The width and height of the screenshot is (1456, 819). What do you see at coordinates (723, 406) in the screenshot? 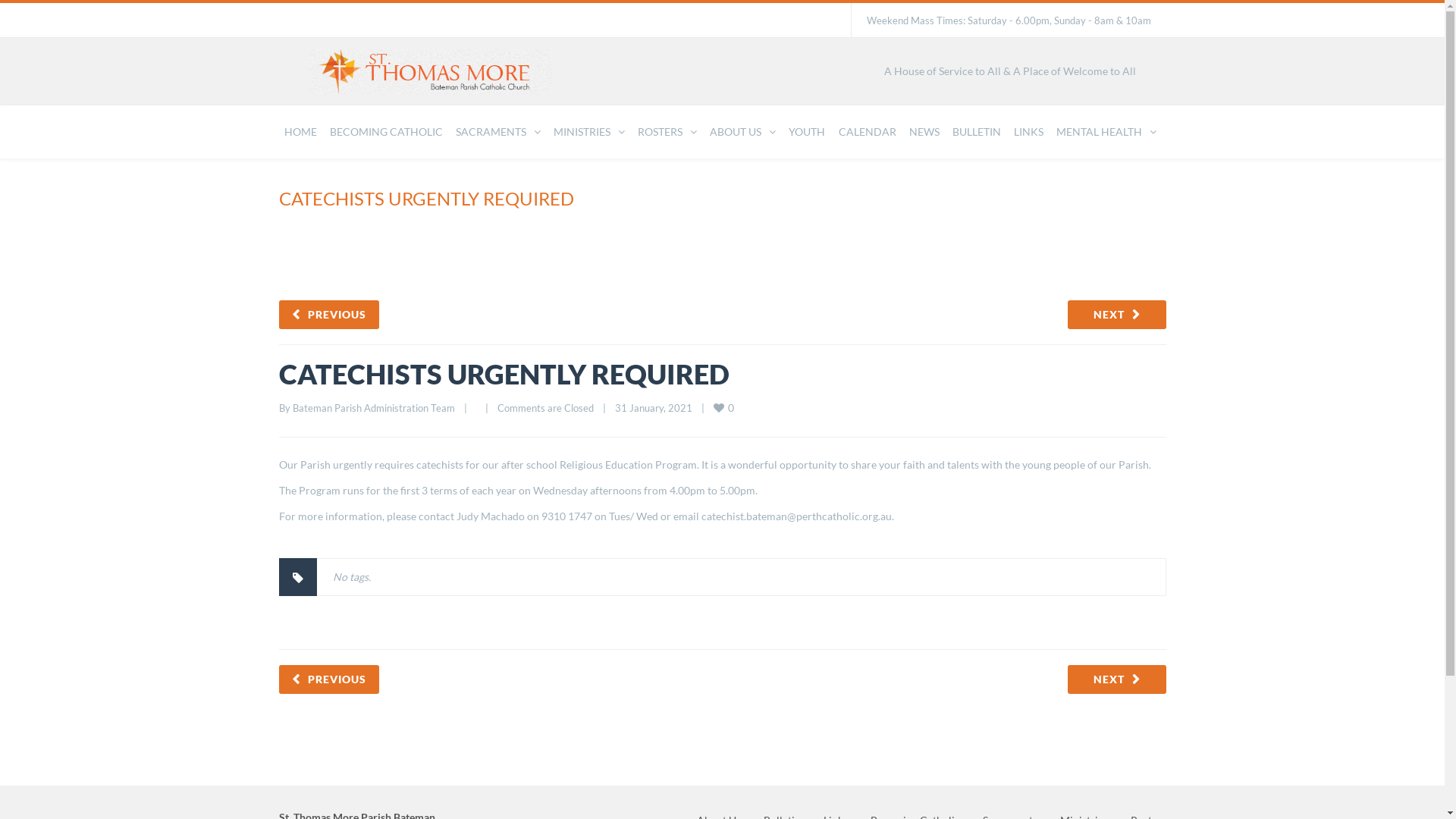
I see `'0 '` at bounding box center [723, 406].